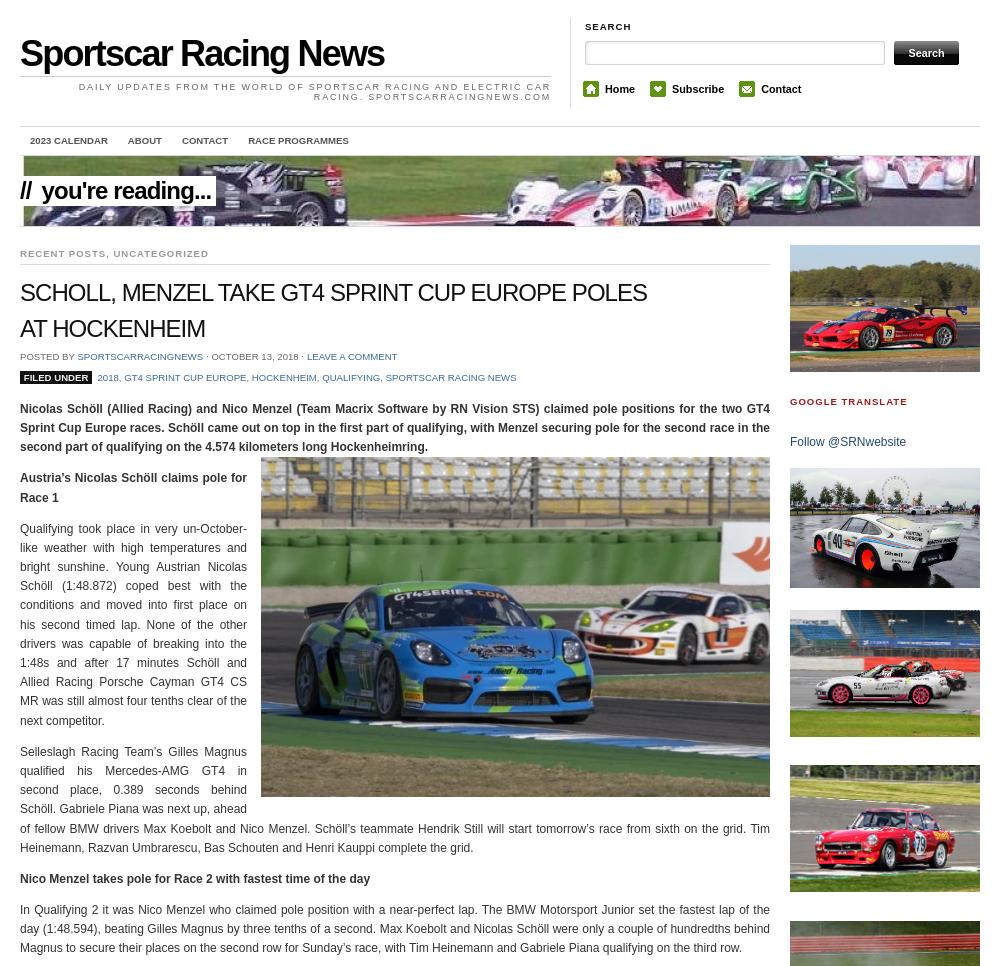  Describe the element at coordinates (20, 426) in the screenshot. I see `'Nicolas Schöll (Allied Racing) and Nico Menzel (Team Macrix Software by RN Vision STS) claimed pole positions for the two GT4 Sprint Cup Europe races. Schöll came out on top in the first part of qualifying, with Menzel securing pole for the second race in the second part of qualifying on the 4.574 kilometers long Hockenheimring.'` at that location.